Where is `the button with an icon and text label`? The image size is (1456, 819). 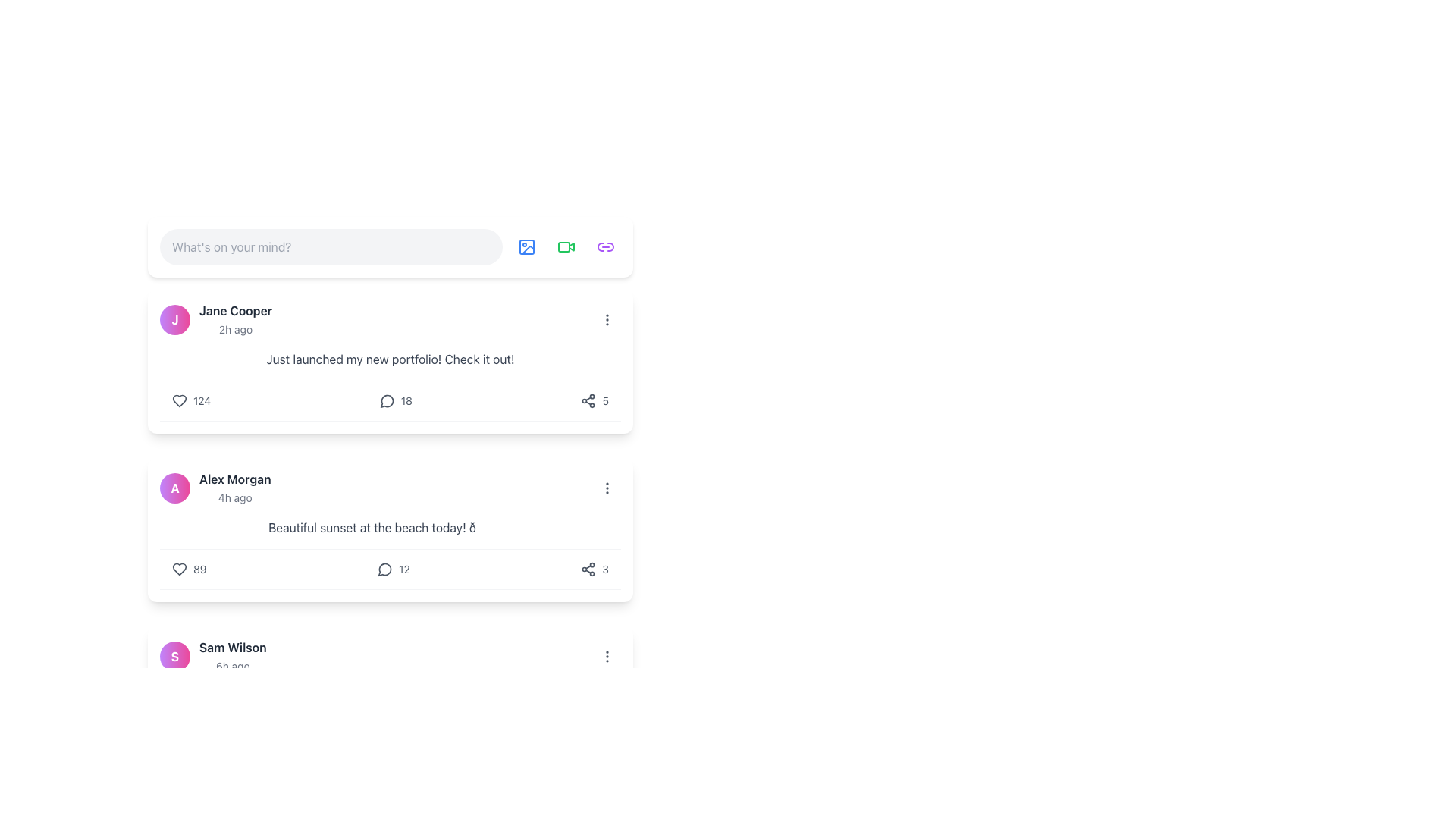 the button with an icon and text label is located at coordinates (394, 570).